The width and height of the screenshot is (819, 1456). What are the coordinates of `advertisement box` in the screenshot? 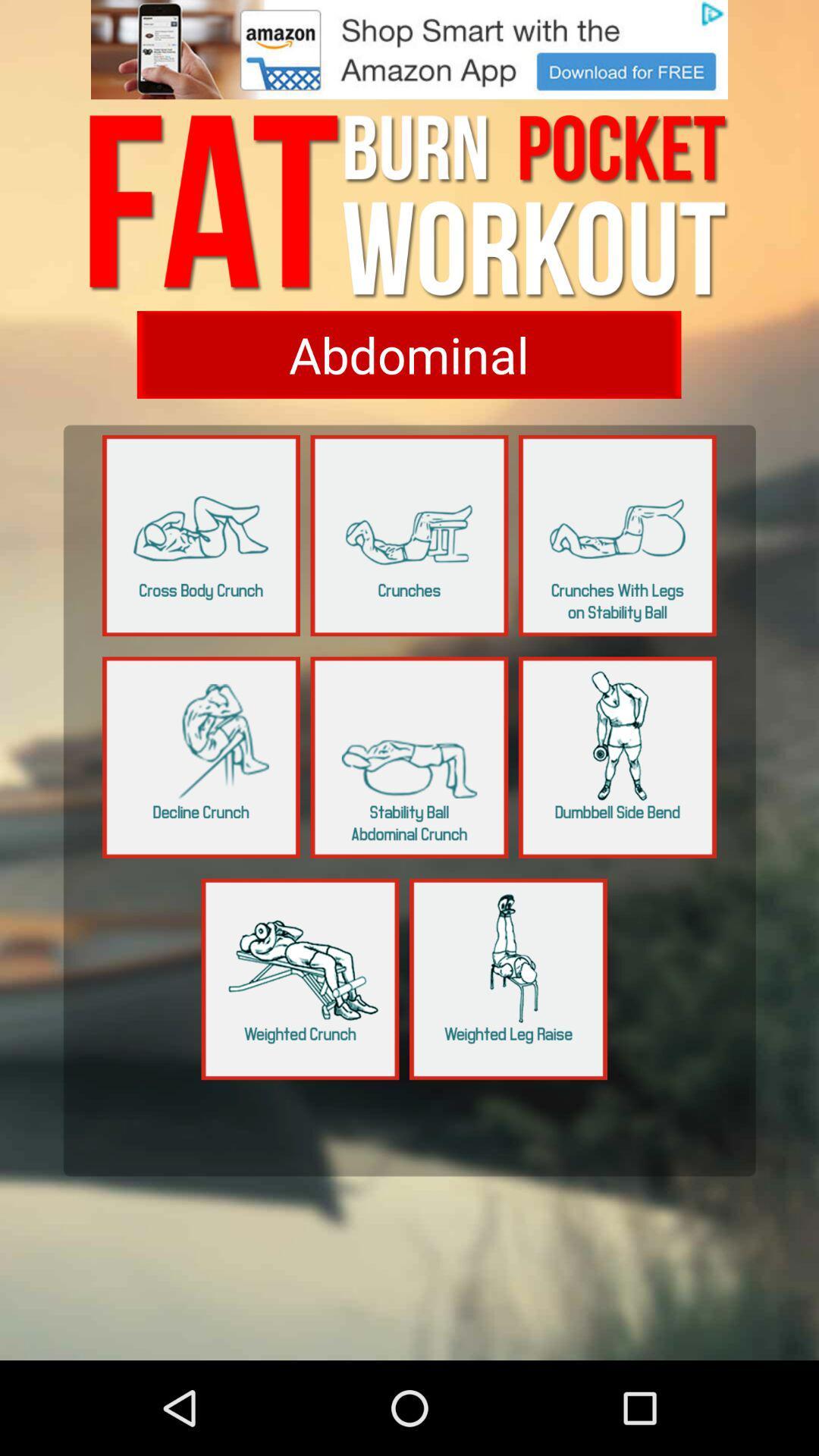 It's located at (409, 49).